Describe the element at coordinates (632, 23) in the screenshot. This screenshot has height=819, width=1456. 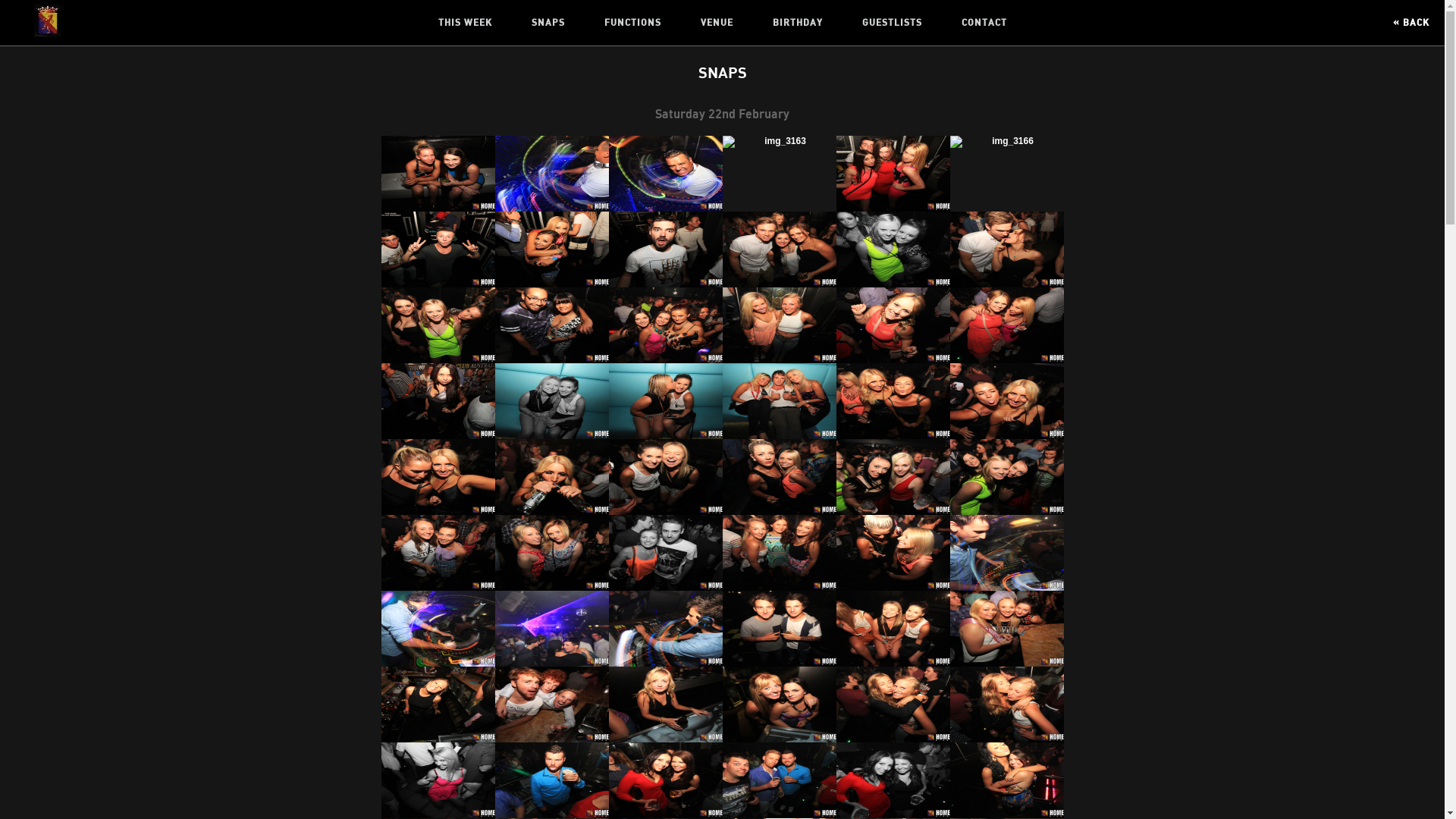
I see `'FUNCTIONS'` at that location.